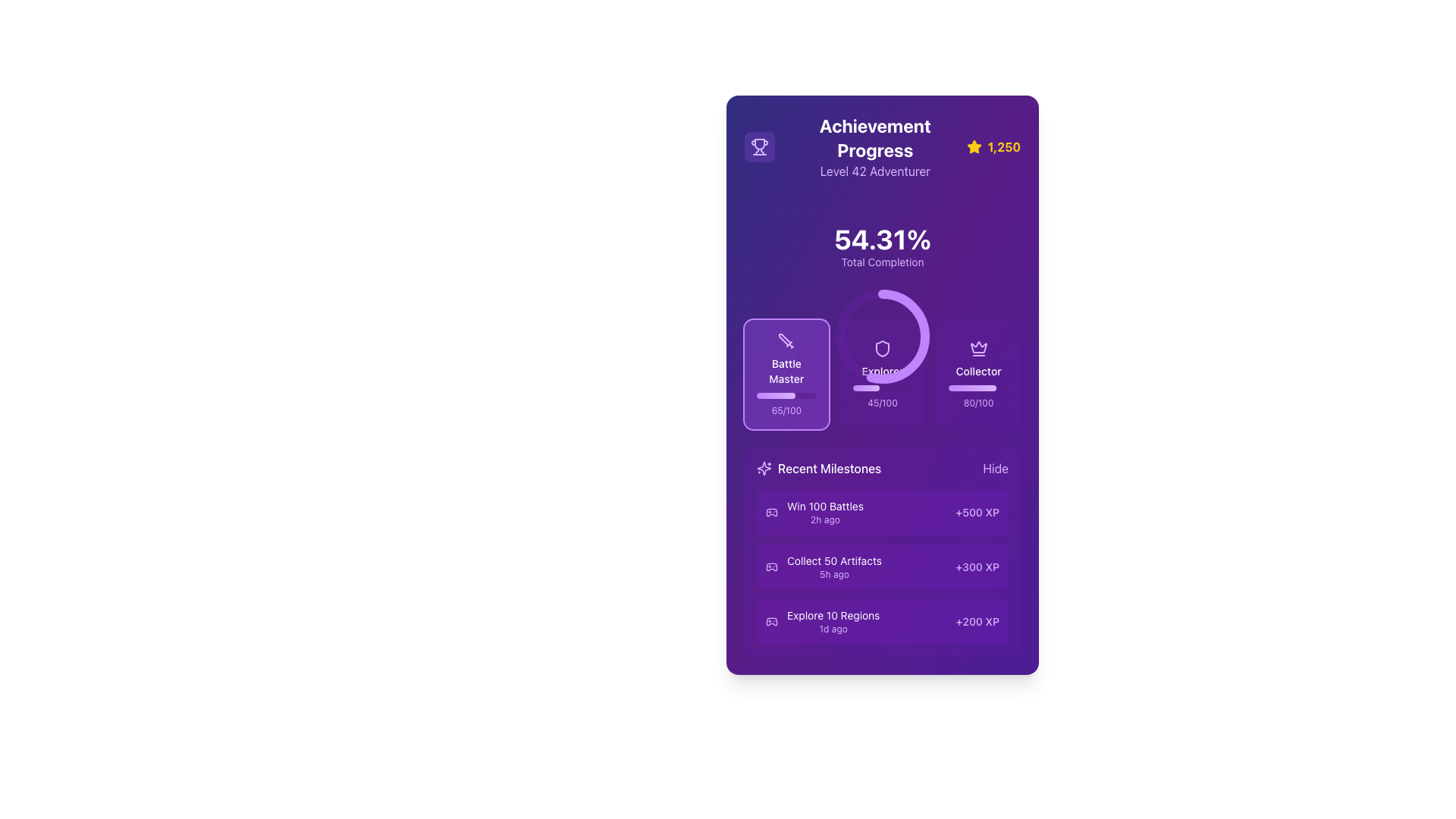 The height and width of the screenshot is (819, 1456). What do you see at coordinates (882, 348) in the screenshot?
I see `the shield-shaped SVG icon with a purple-tinted stroke located in the 'Explorer' section of the 'Achievement Progress' UI card, positioned above the text 'Explorer'` at bounding box center [882, 348].